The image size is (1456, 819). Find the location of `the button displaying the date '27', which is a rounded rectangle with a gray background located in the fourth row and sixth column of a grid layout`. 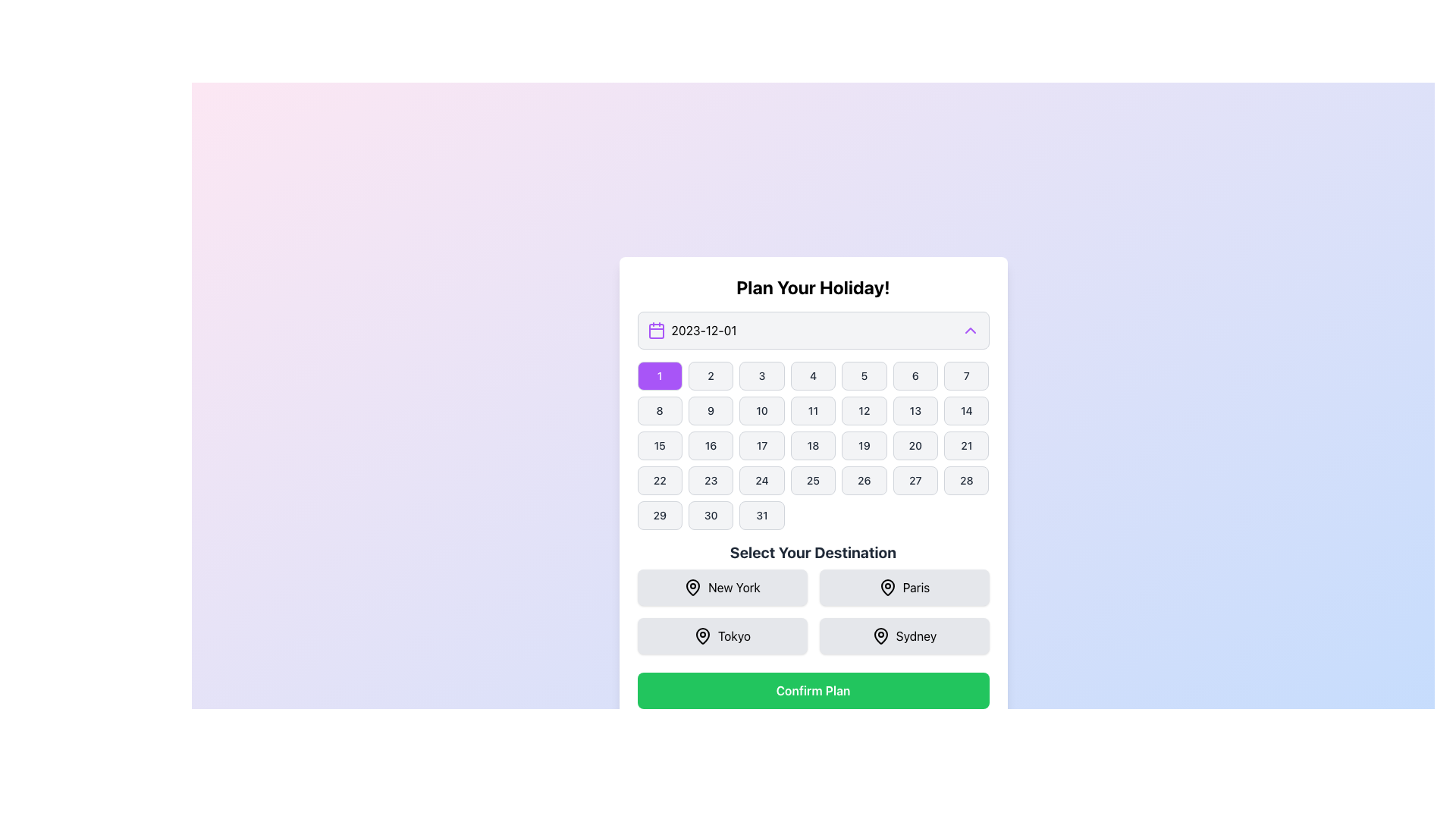

the button displaying the date '27', which is a rounded rectangle with a gray background located in the fourth row and sixth column of a grid layout is located at coordinates (915, 480).